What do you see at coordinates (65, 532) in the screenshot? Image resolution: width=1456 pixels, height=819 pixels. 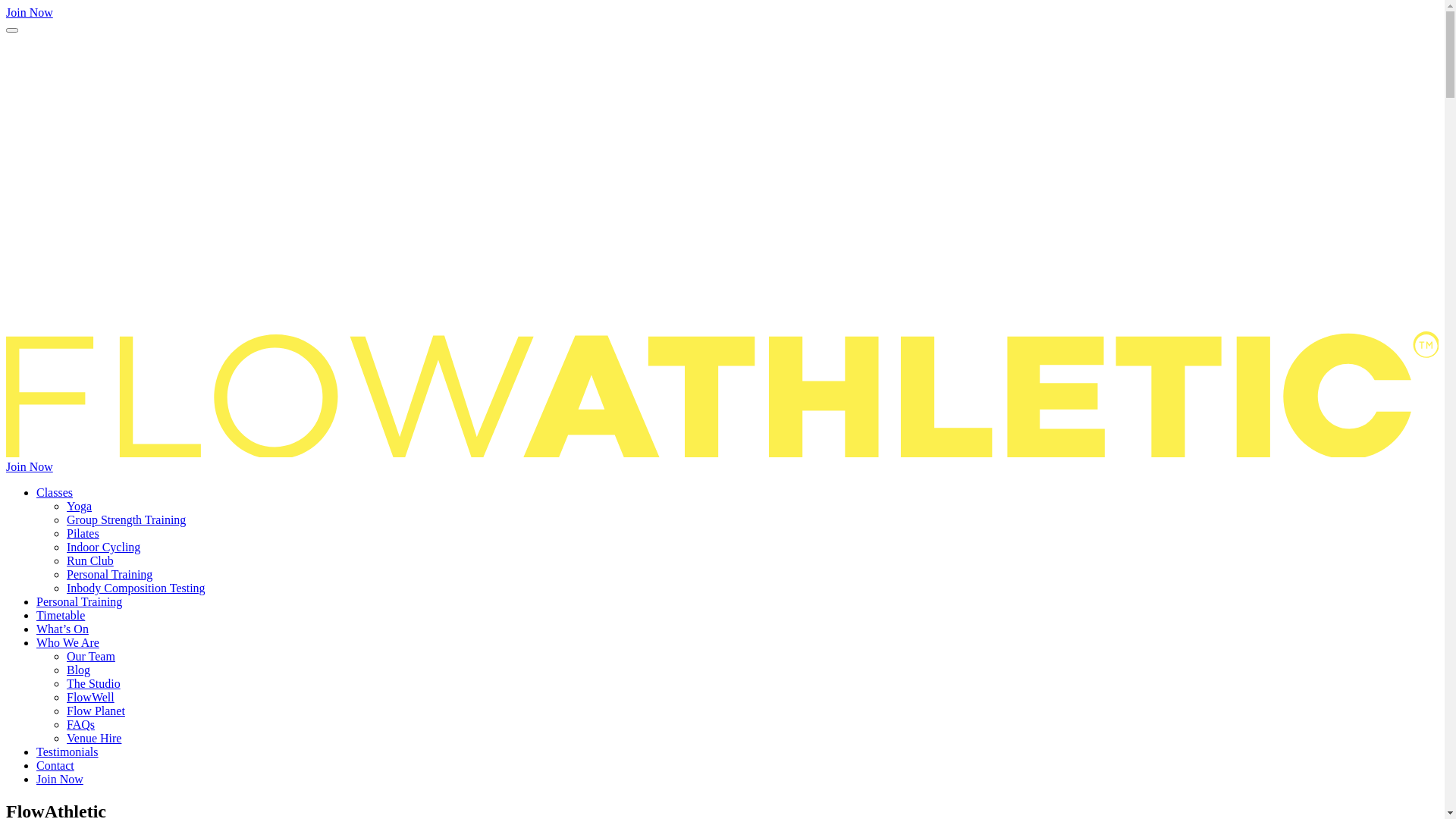 I see `'Pilates'` at bounding box center [65, 532].